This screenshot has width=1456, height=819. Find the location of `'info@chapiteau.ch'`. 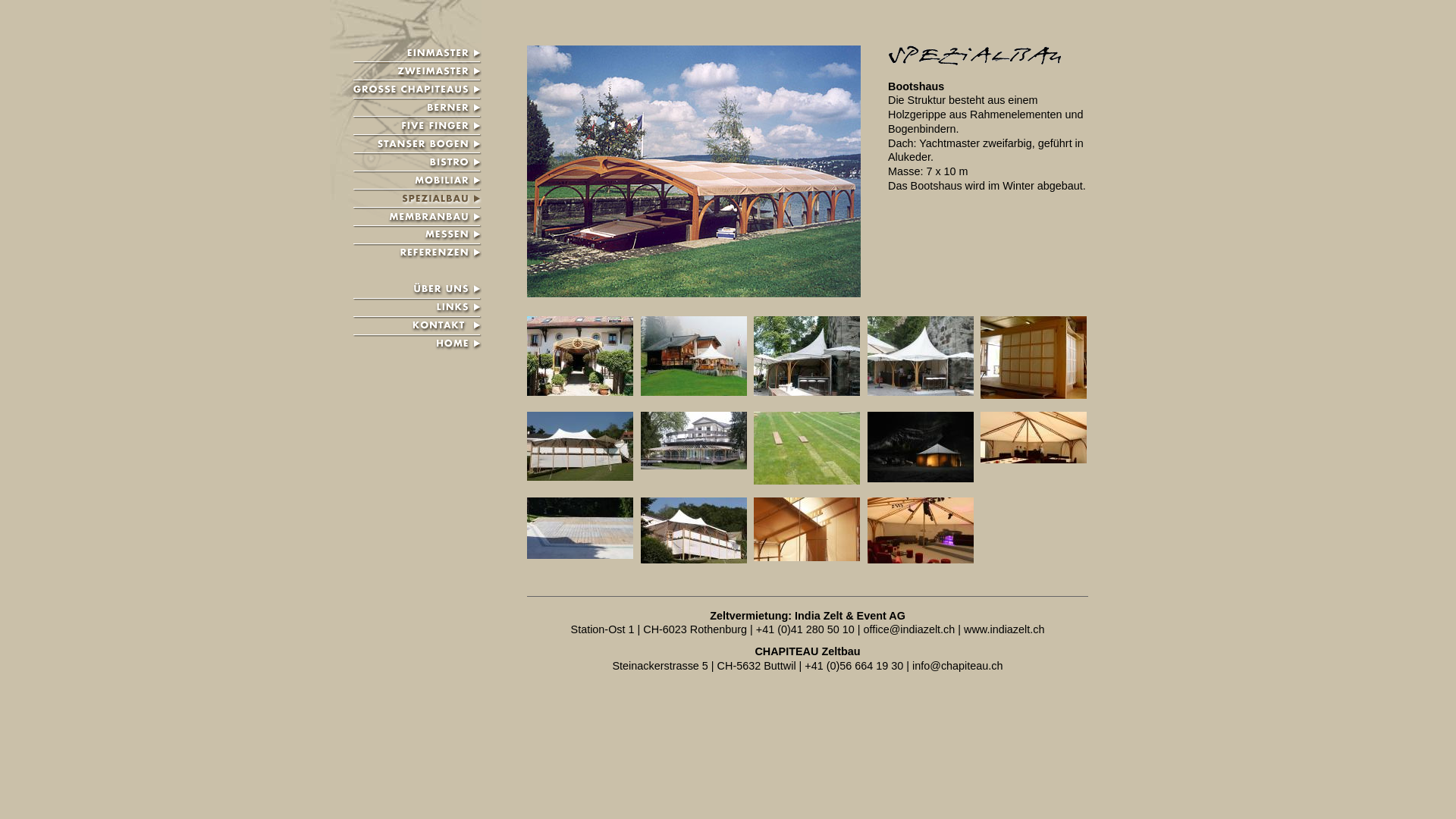

'info@chapiteau.ch' is located at coordinates (912, 665).